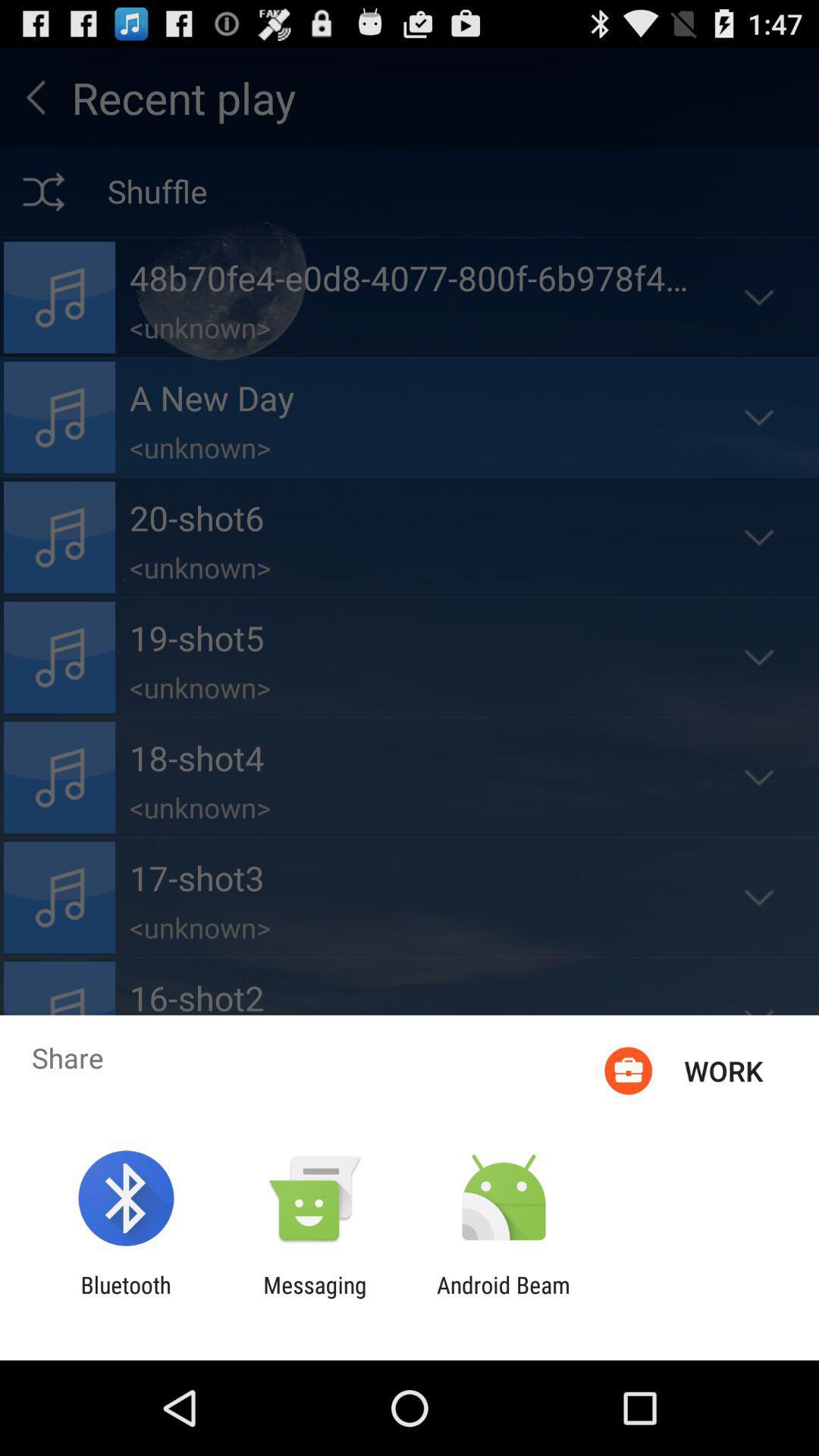 The image size is (819, 1456). I want to click on the item next to messaging app, so click(125, 1298).